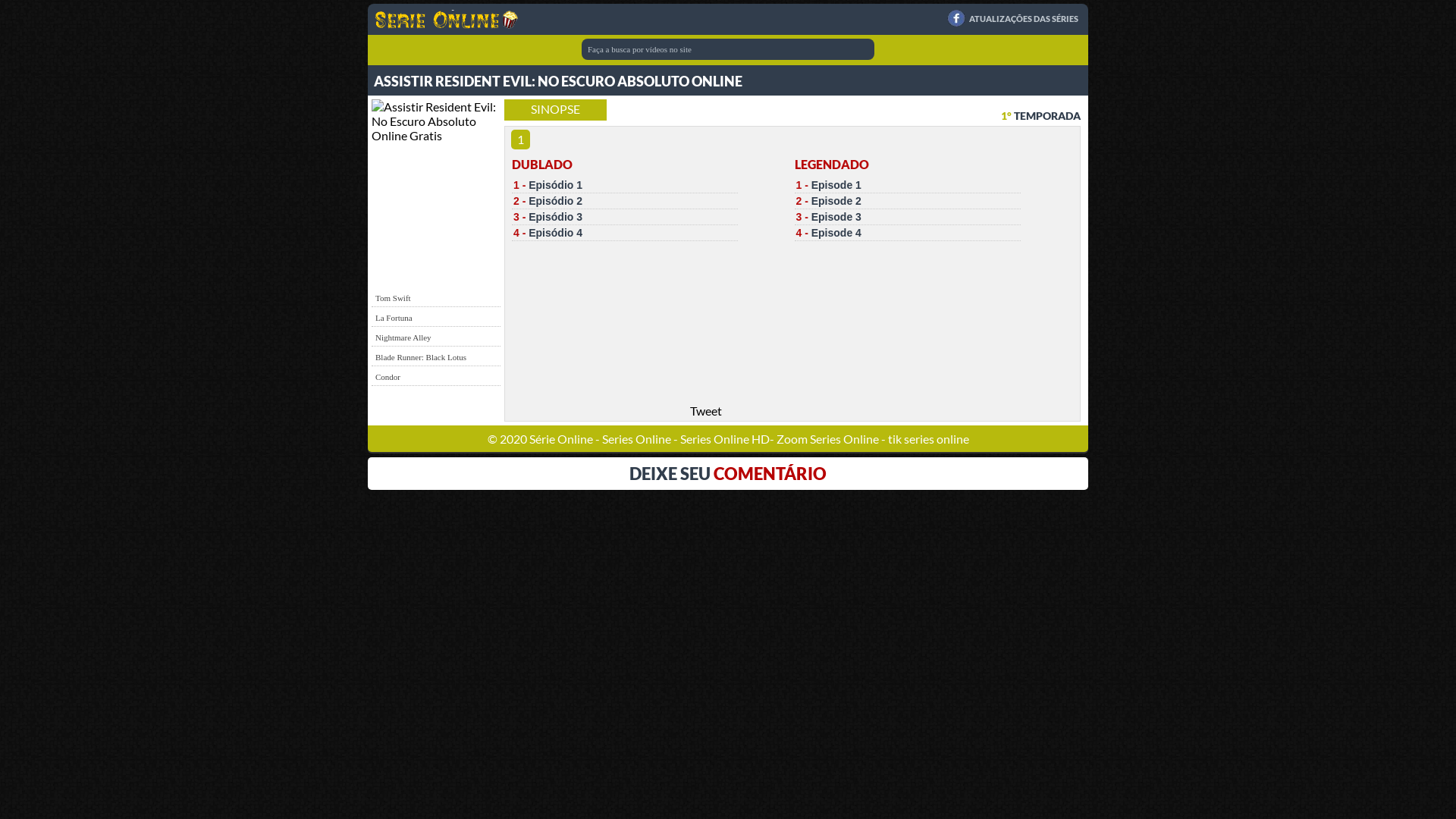  Describe the element at coordinates (421, 356) in the screenshot. I see `'Blade Runner: Black Lotus'` at that location.